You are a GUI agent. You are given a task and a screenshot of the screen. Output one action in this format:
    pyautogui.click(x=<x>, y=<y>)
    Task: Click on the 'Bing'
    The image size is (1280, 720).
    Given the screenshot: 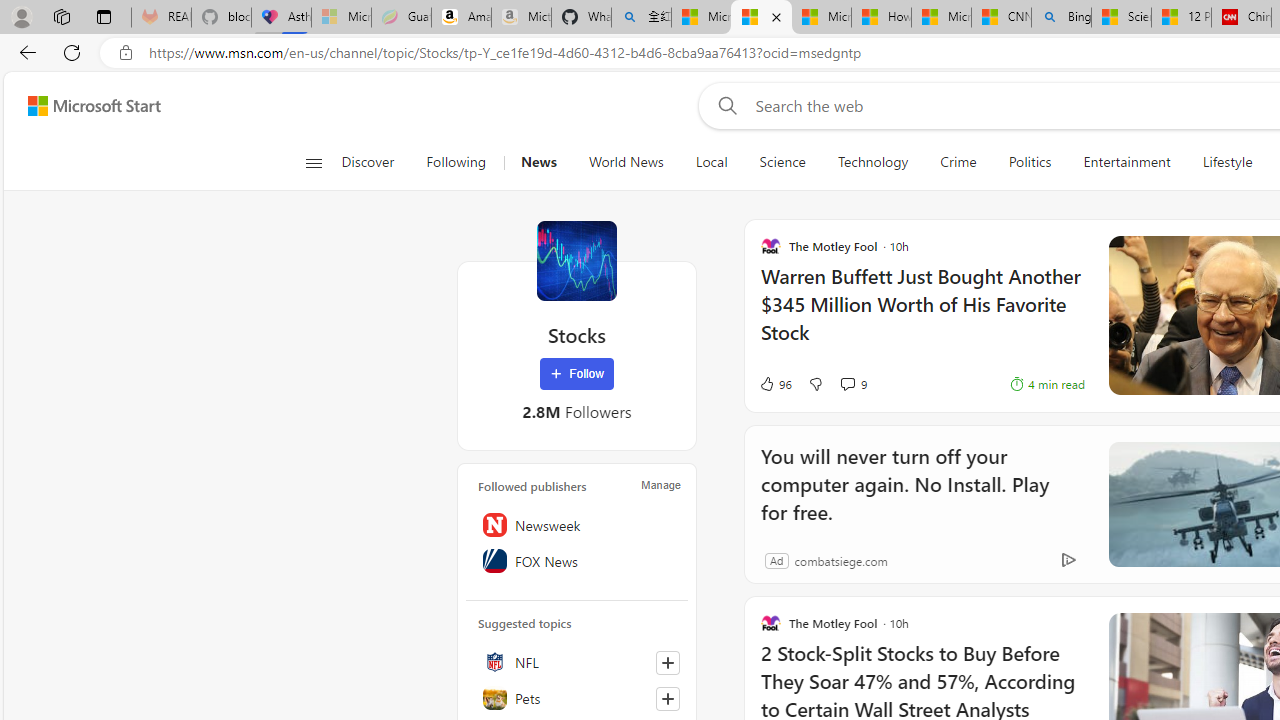 What is the action you would take?
    pyautogui.click(x=1060, y=17)
    